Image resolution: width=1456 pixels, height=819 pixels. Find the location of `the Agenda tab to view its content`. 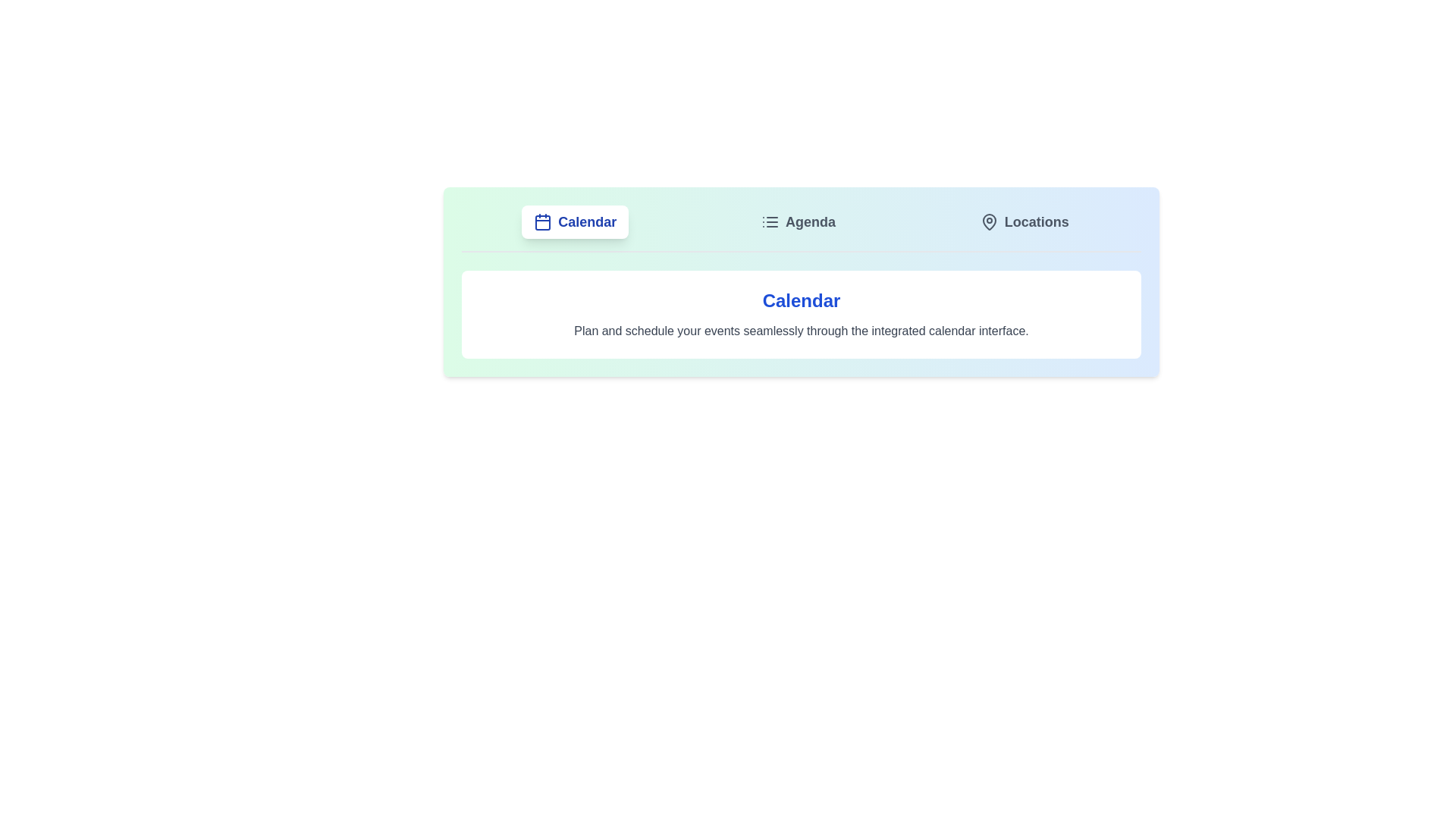

the Agenda tab to view its content is located at coordinates (797, 222).